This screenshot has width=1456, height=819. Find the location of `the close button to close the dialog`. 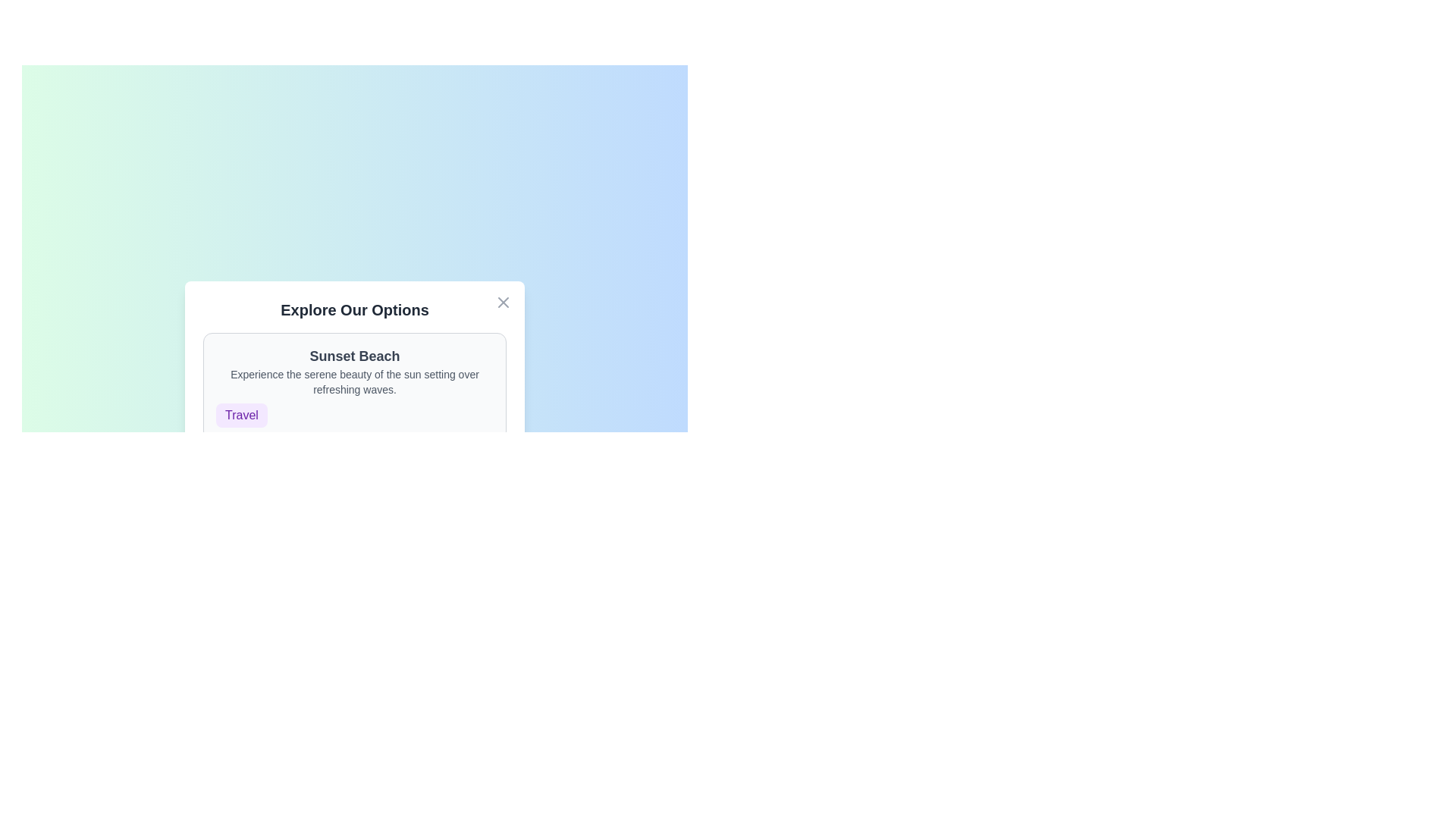

the close button to close the dialog is located at coordinates (503, 302).